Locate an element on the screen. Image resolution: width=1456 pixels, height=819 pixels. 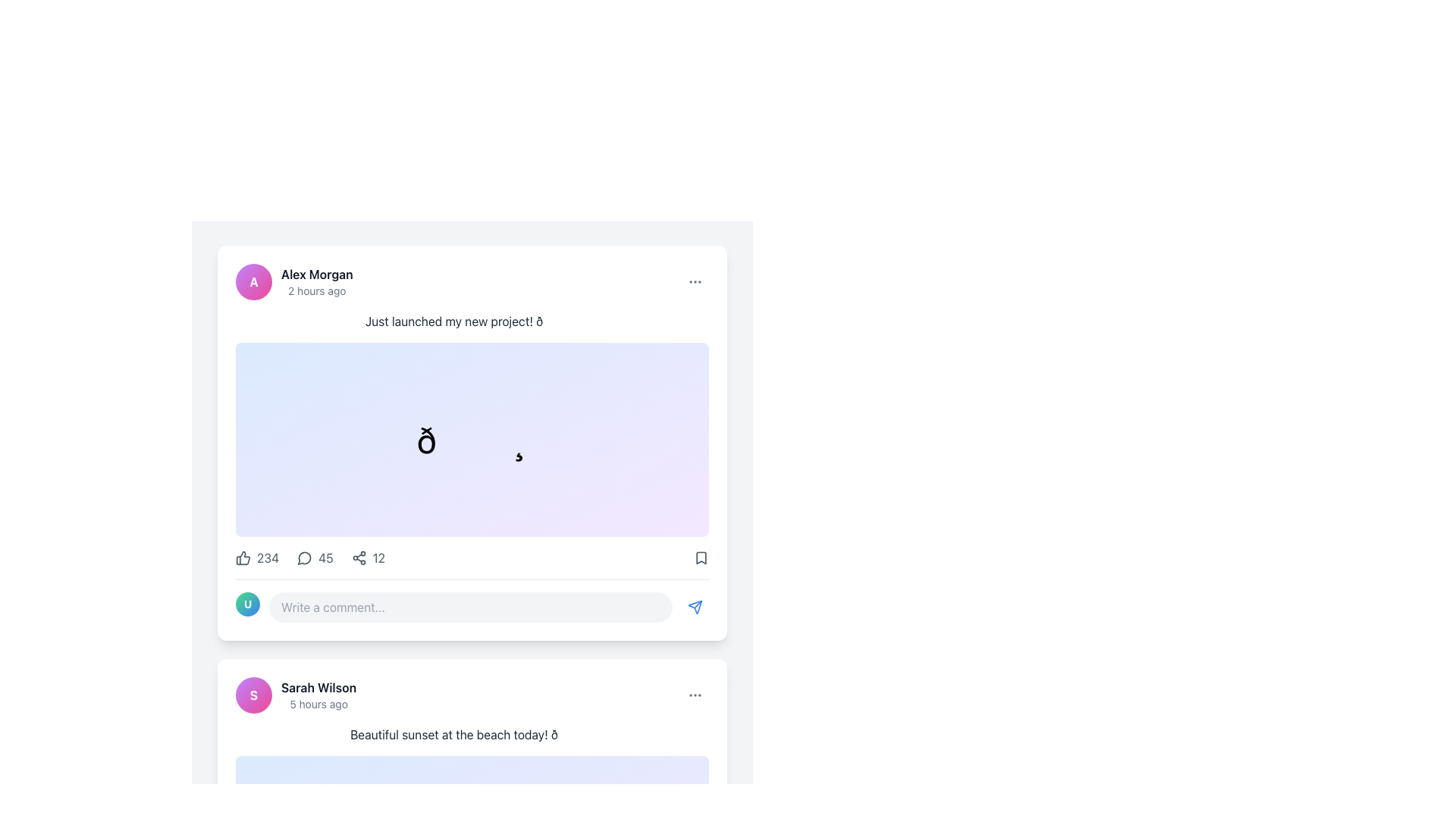
the decorative badge located at the bottom left of the comment section, preceding the text input field is located at coordinates (247, 604).